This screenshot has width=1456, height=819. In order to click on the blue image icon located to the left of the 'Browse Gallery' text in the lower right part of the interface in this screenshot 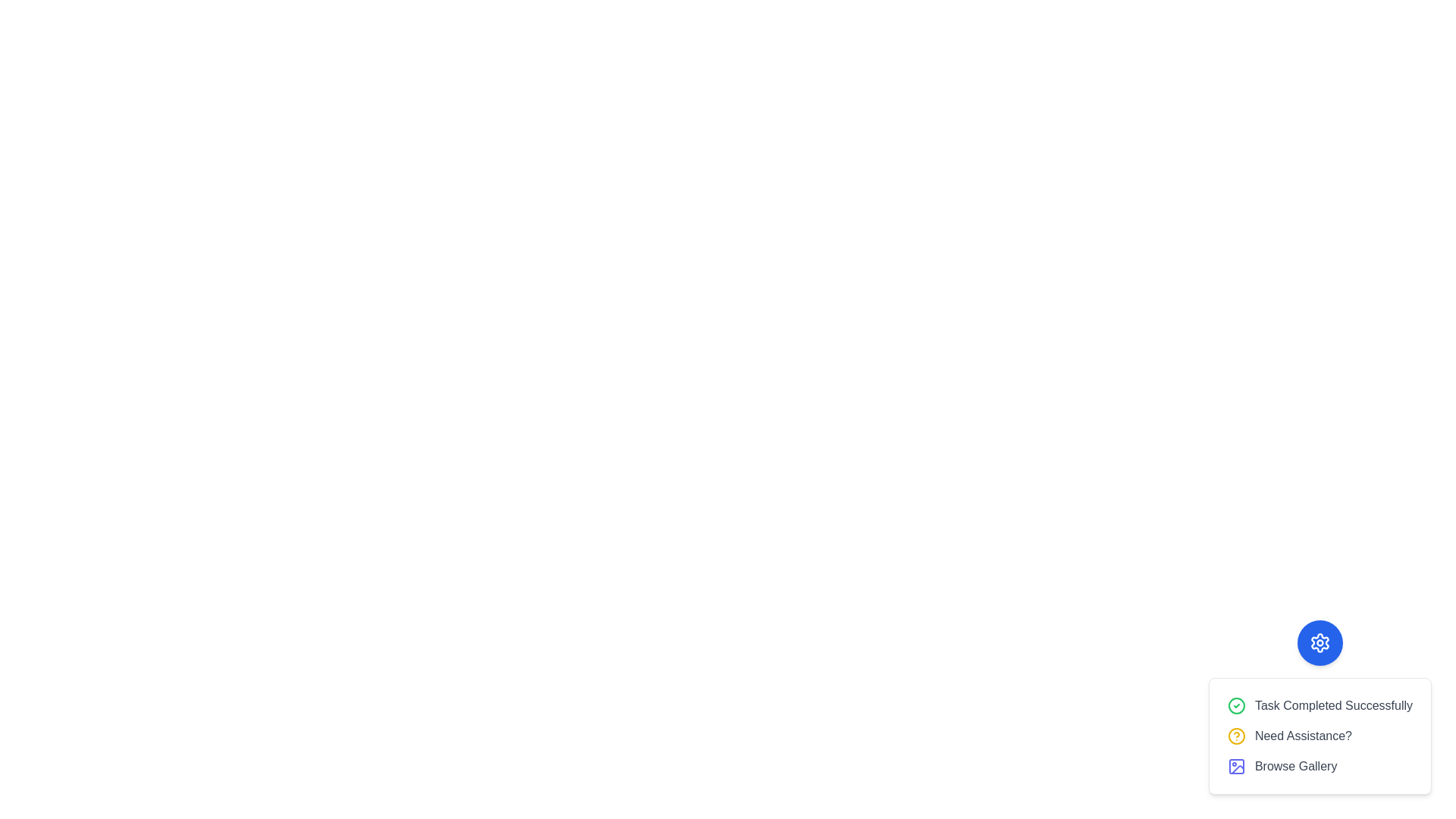, I will do `click(1236, 766)`.